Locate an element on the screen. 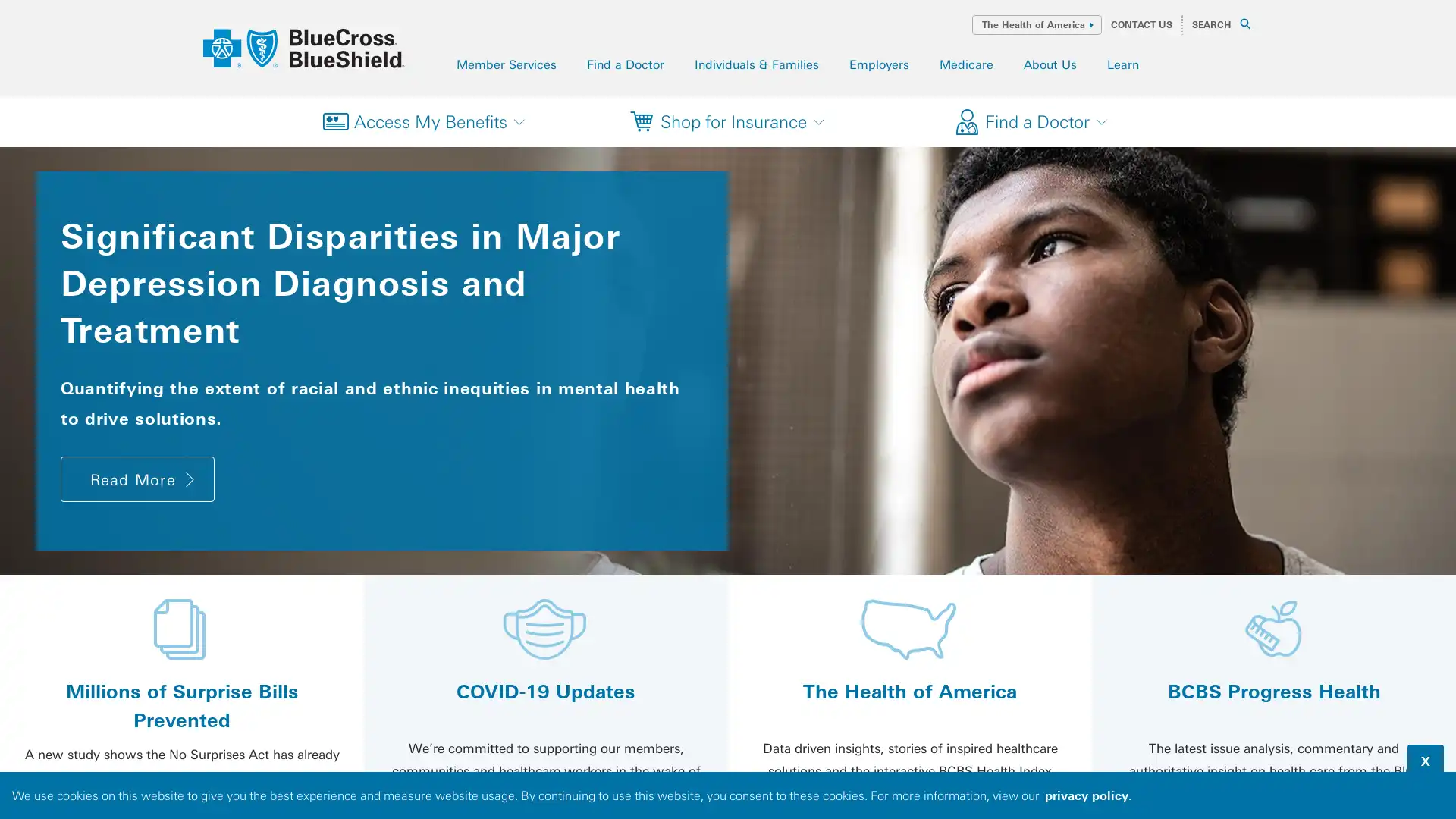 This screenshot has width=1456, height=819. SEARCH is located at coordinates (1244, 24).